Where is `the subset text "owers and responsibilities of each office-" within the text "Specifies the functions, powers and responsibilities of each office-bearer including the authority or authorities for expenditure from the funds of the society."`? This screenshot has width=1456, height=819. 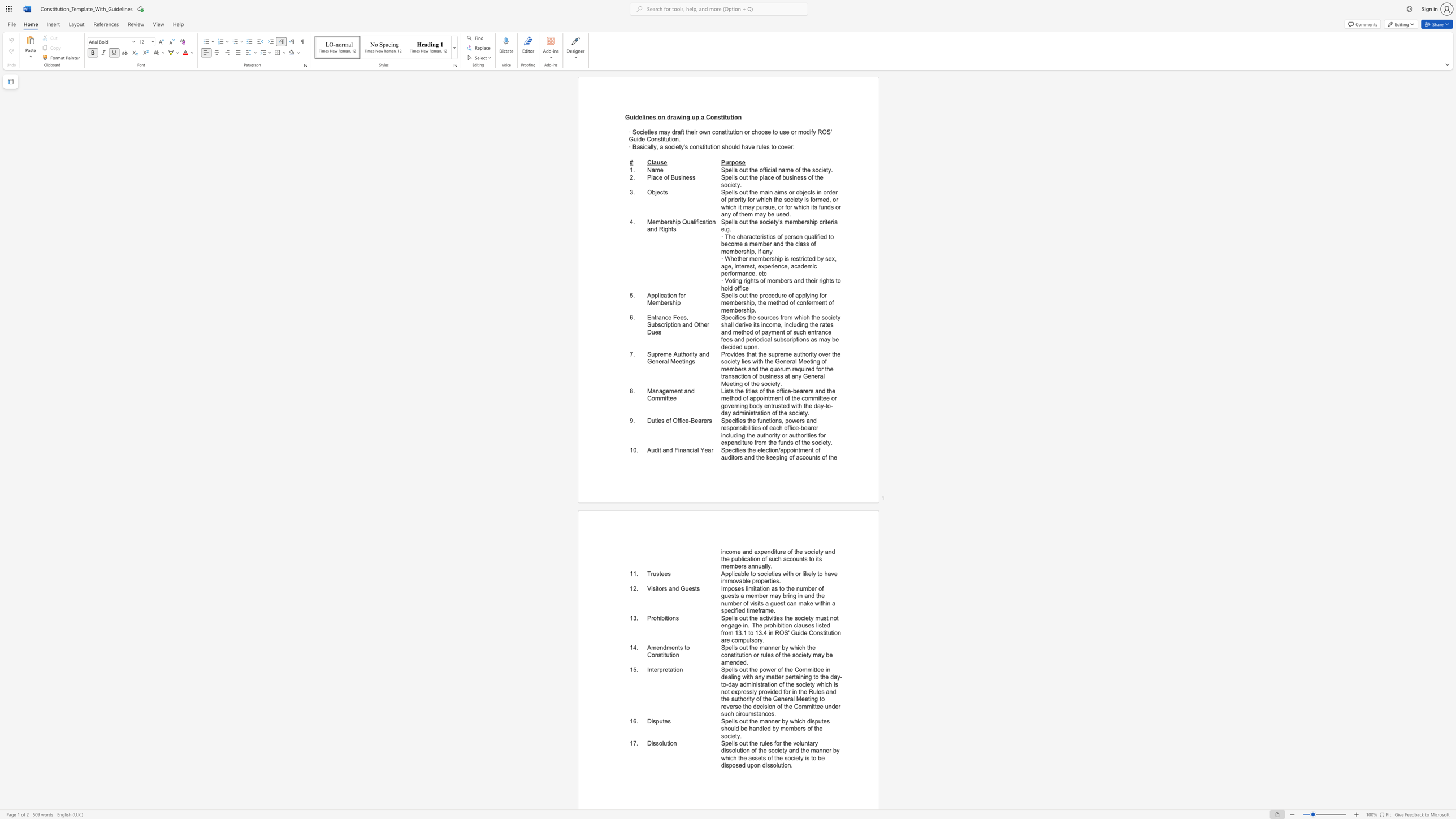 the subset text "owers and responsibilities of each office-" within the text "Specifies the functions, powers and responsibilities of each office-bearer including the authority or authorities for expenditure from the funds of the society." is located at coordinates (787, 420).